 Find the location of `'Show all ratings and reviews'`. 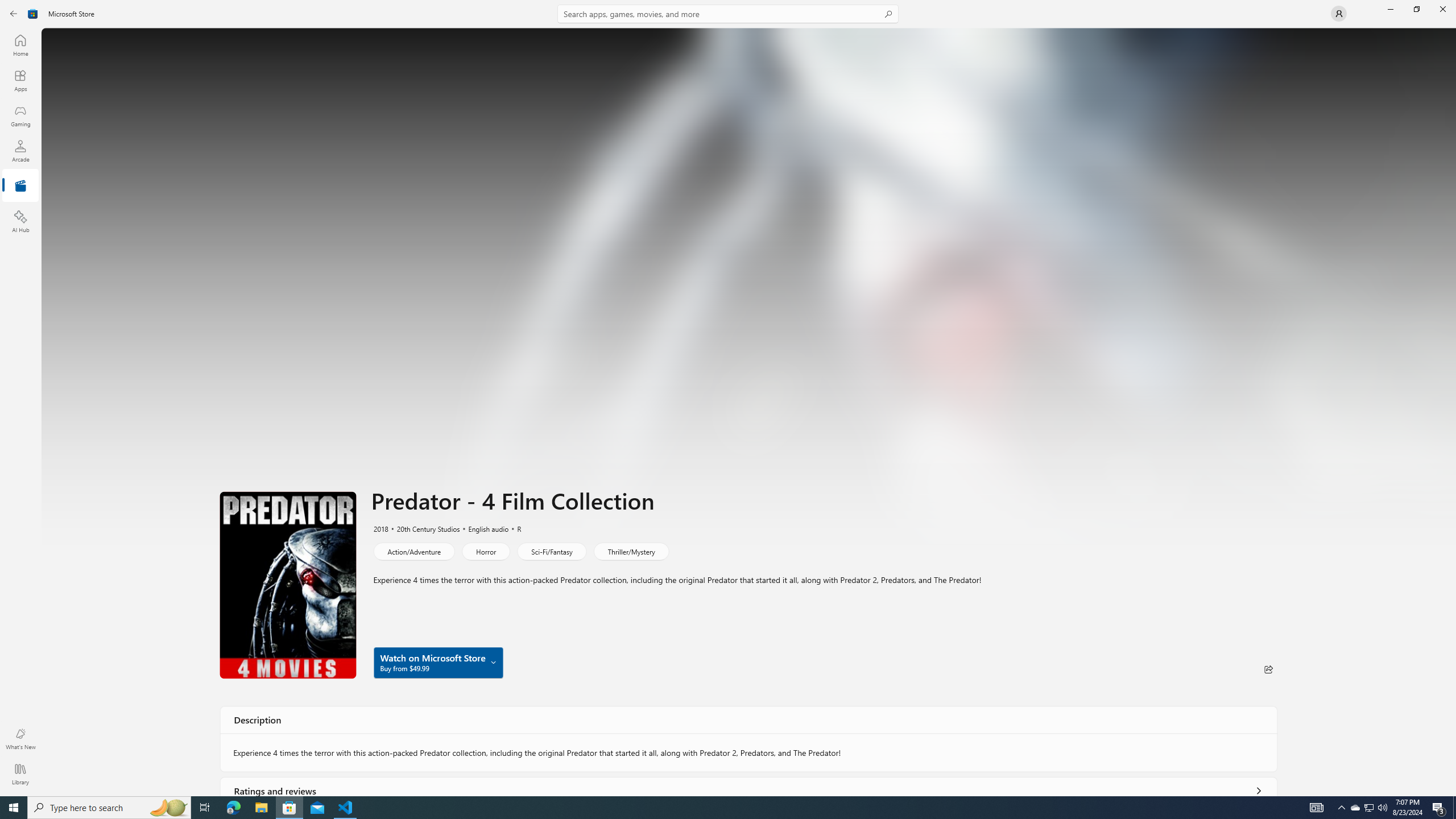

'Show all ratings and reviews' is located at coordinates (1259, 788).